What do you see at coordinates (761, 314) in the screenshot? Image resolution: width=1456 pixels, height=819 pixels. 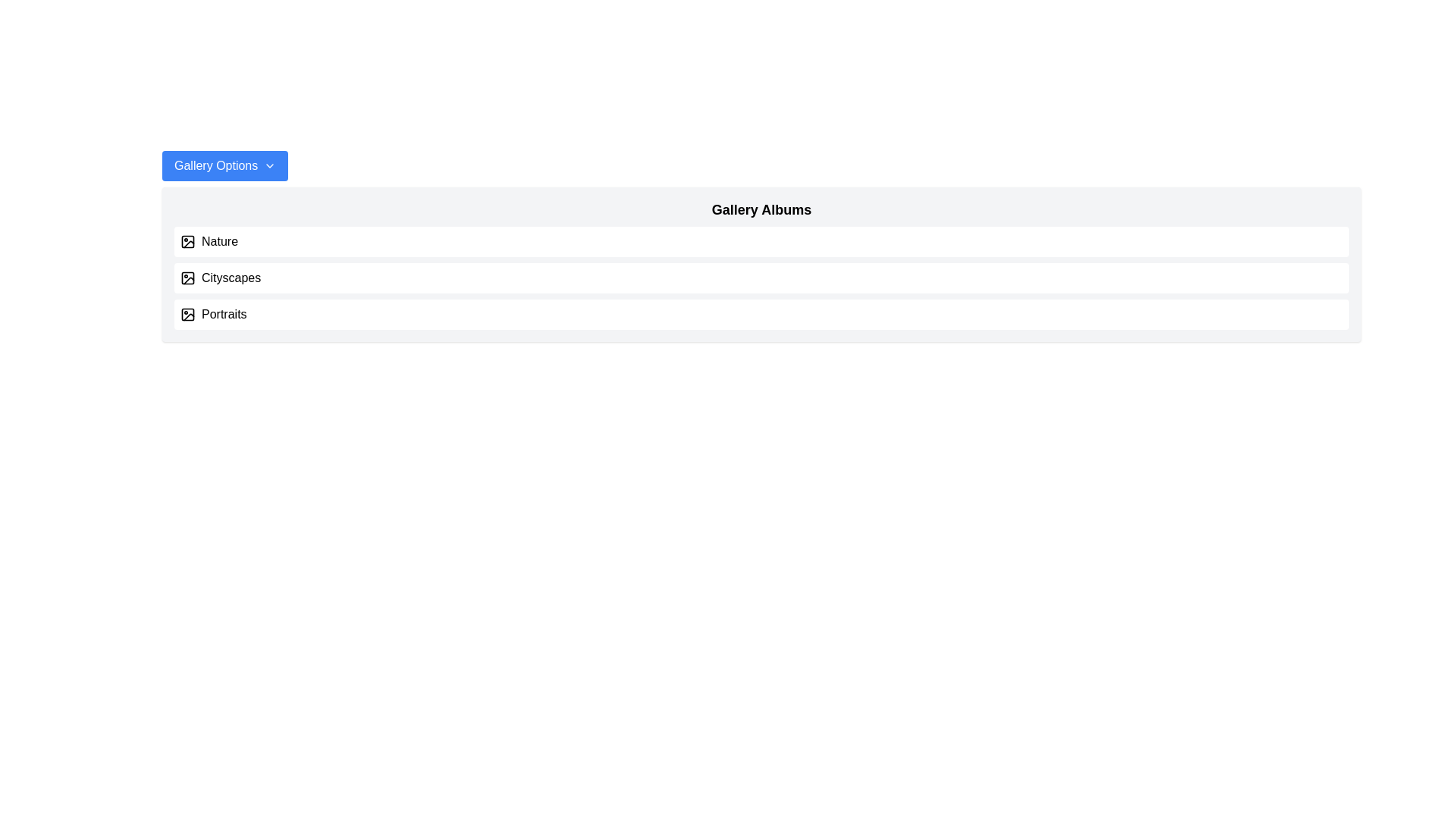 I see `the list item labeled 'Portraits' to see its hover effect` at bounding box center [761, 314].